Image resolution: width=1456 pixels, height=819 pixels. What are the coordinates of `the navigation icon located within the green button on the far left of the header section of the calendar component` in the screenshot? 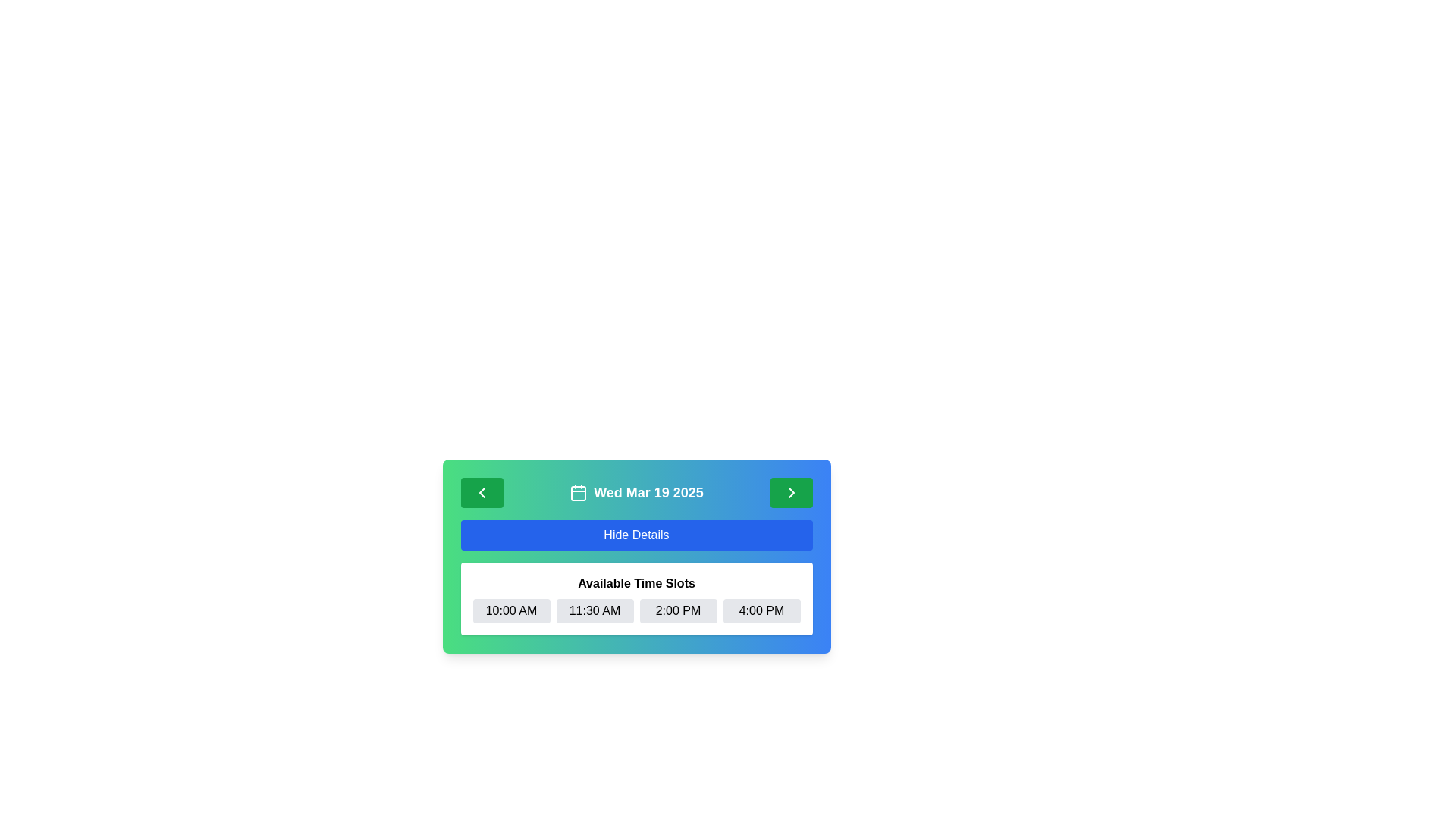 It's located at (481, 493).